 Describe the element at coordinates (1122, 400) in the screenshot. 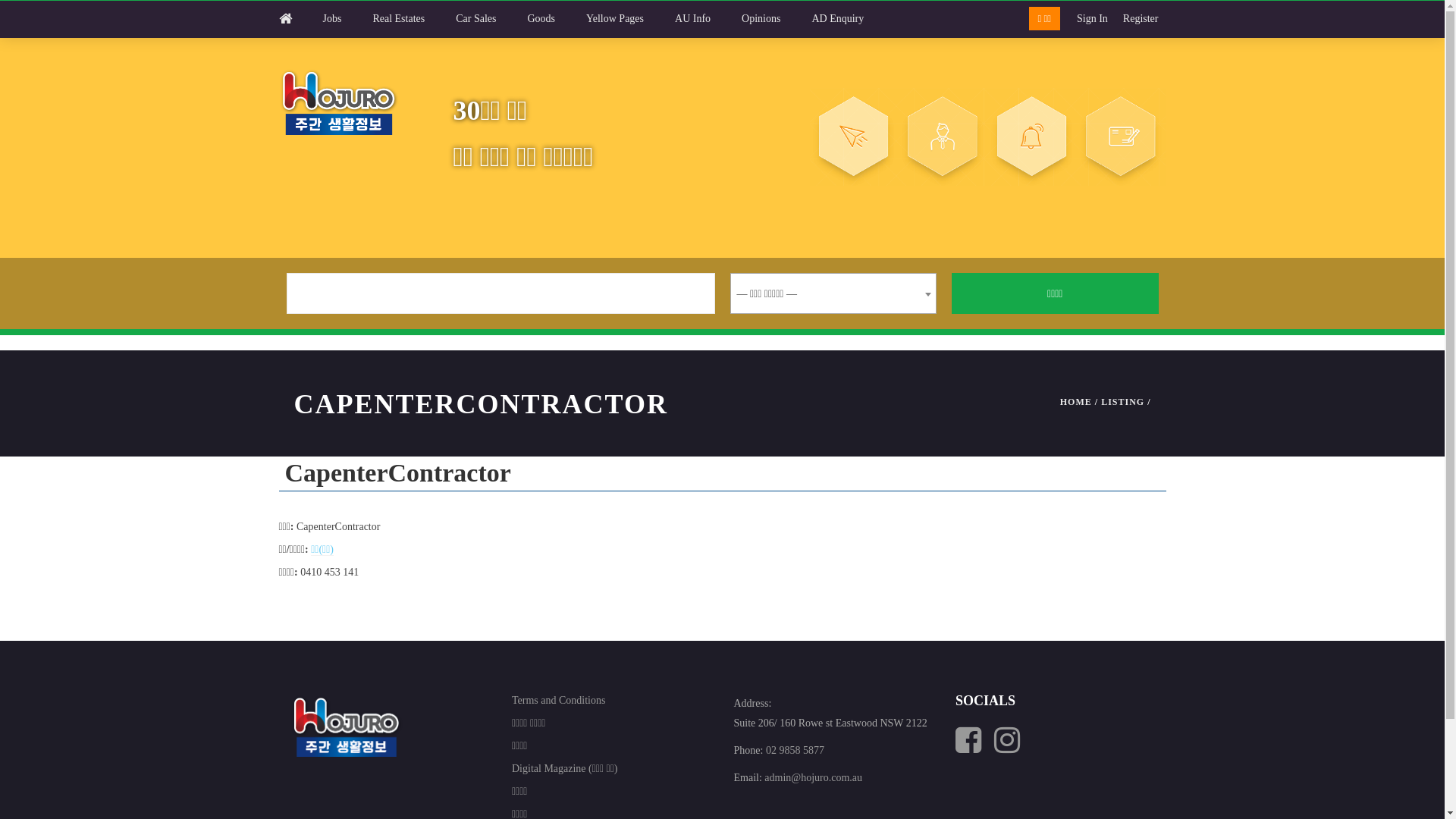

I see `'LISTING'` at that location.